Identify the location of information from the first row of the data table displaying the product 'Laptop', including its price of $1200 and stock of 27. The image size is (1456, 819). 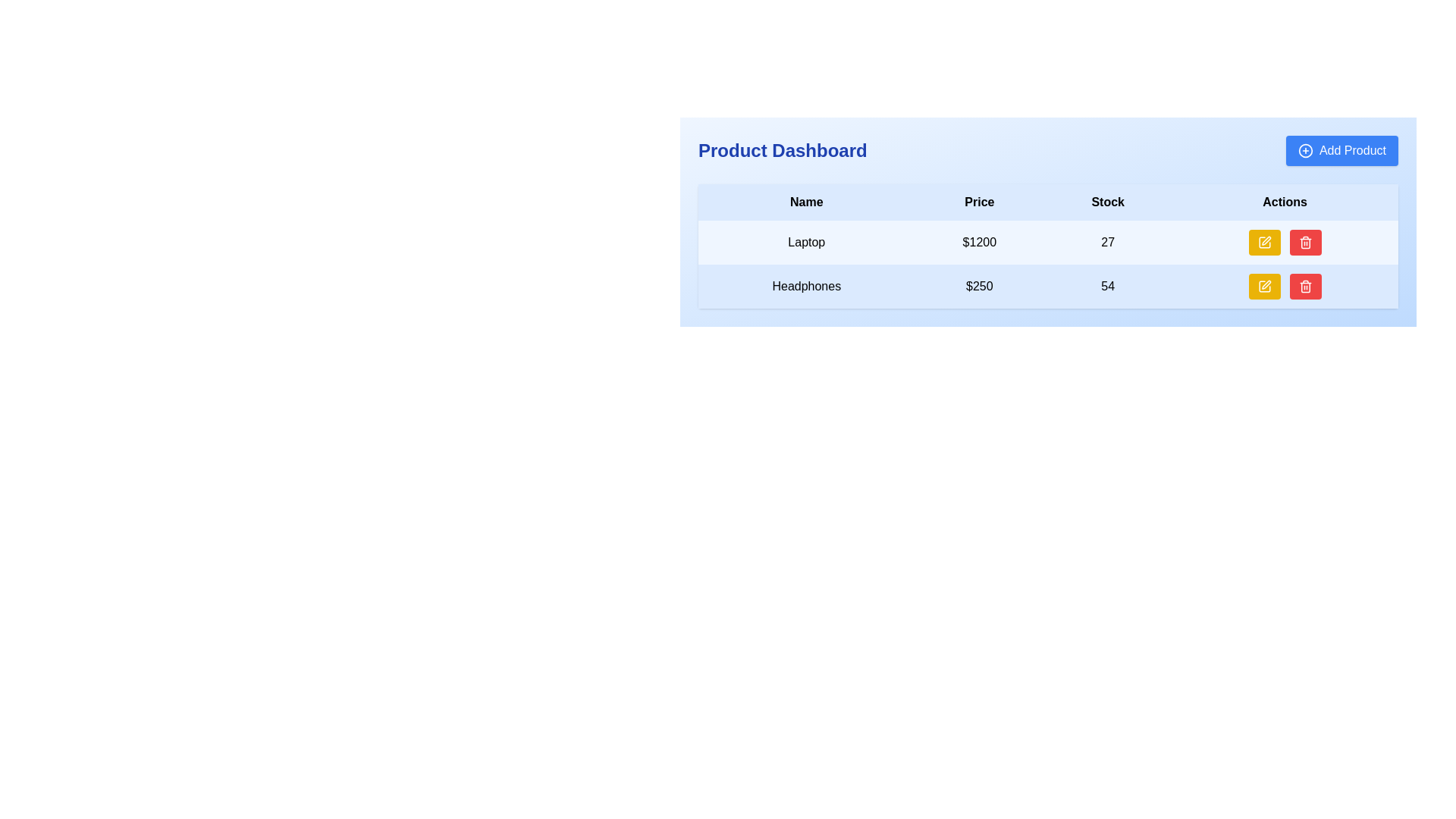
(1047, 242).